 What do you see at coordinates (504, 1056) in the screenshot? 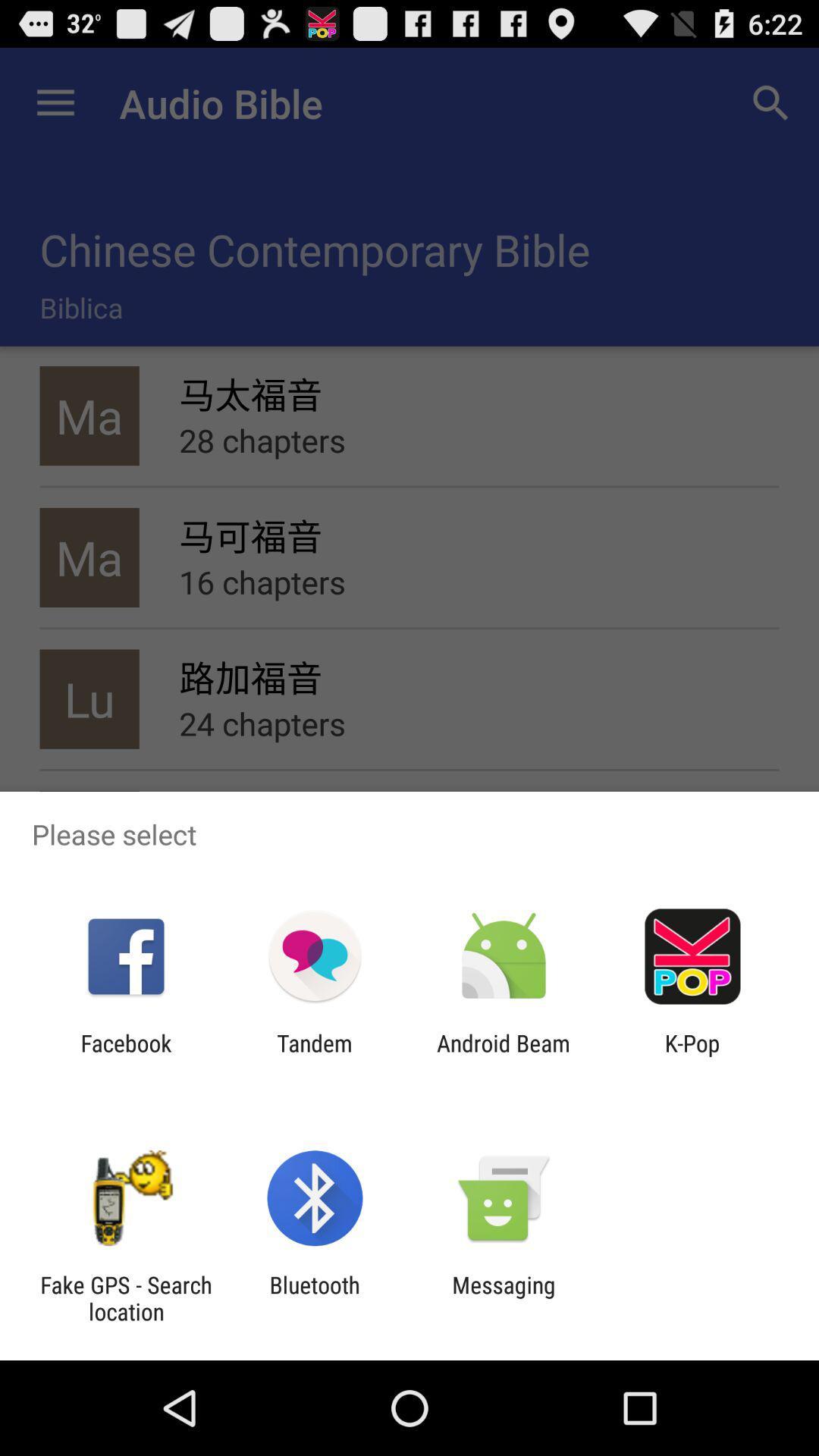
I see `the app to the left of k-pop` at bounding box center [504, 1056].